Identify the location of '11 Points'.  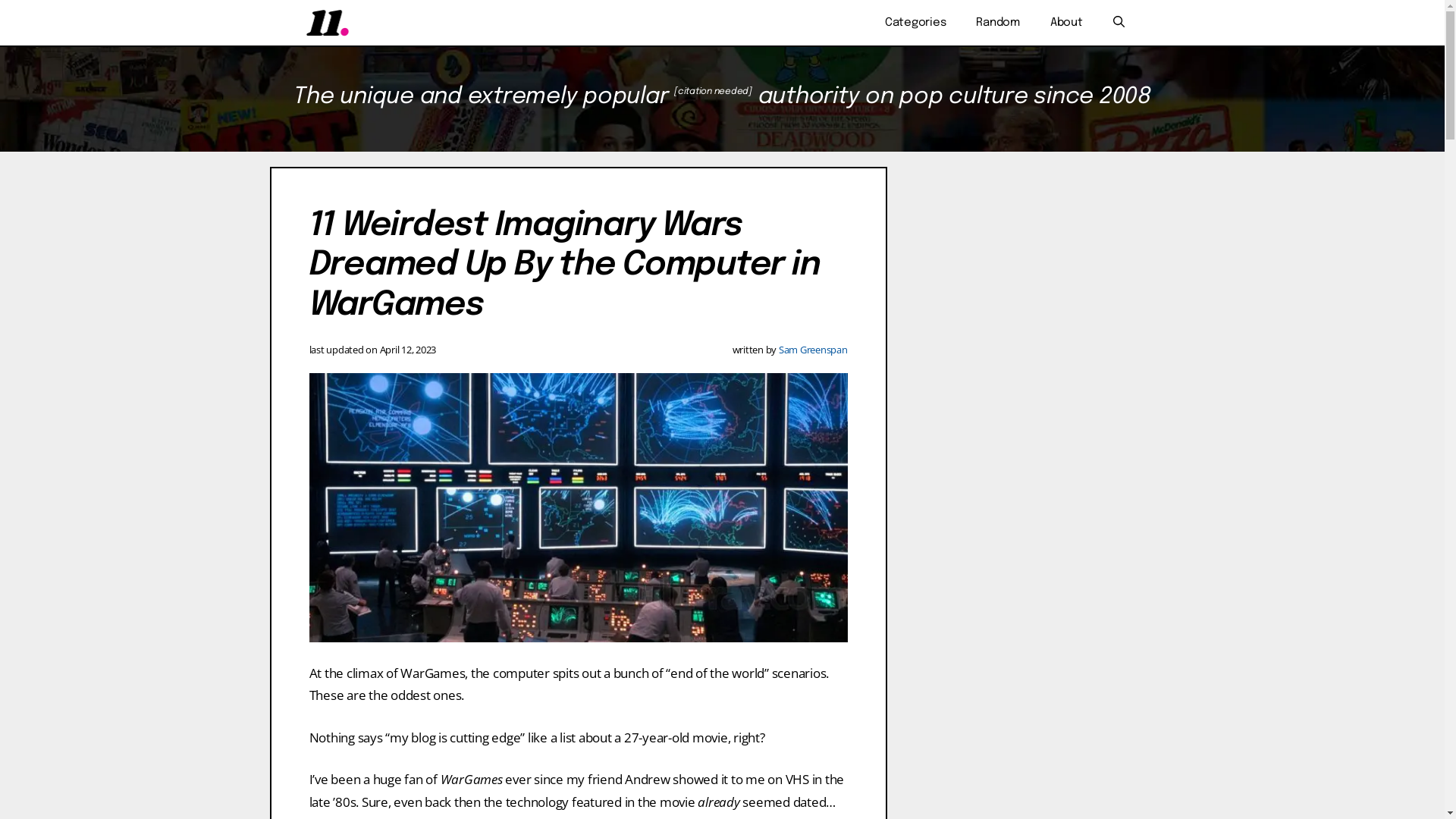
(326, 23).